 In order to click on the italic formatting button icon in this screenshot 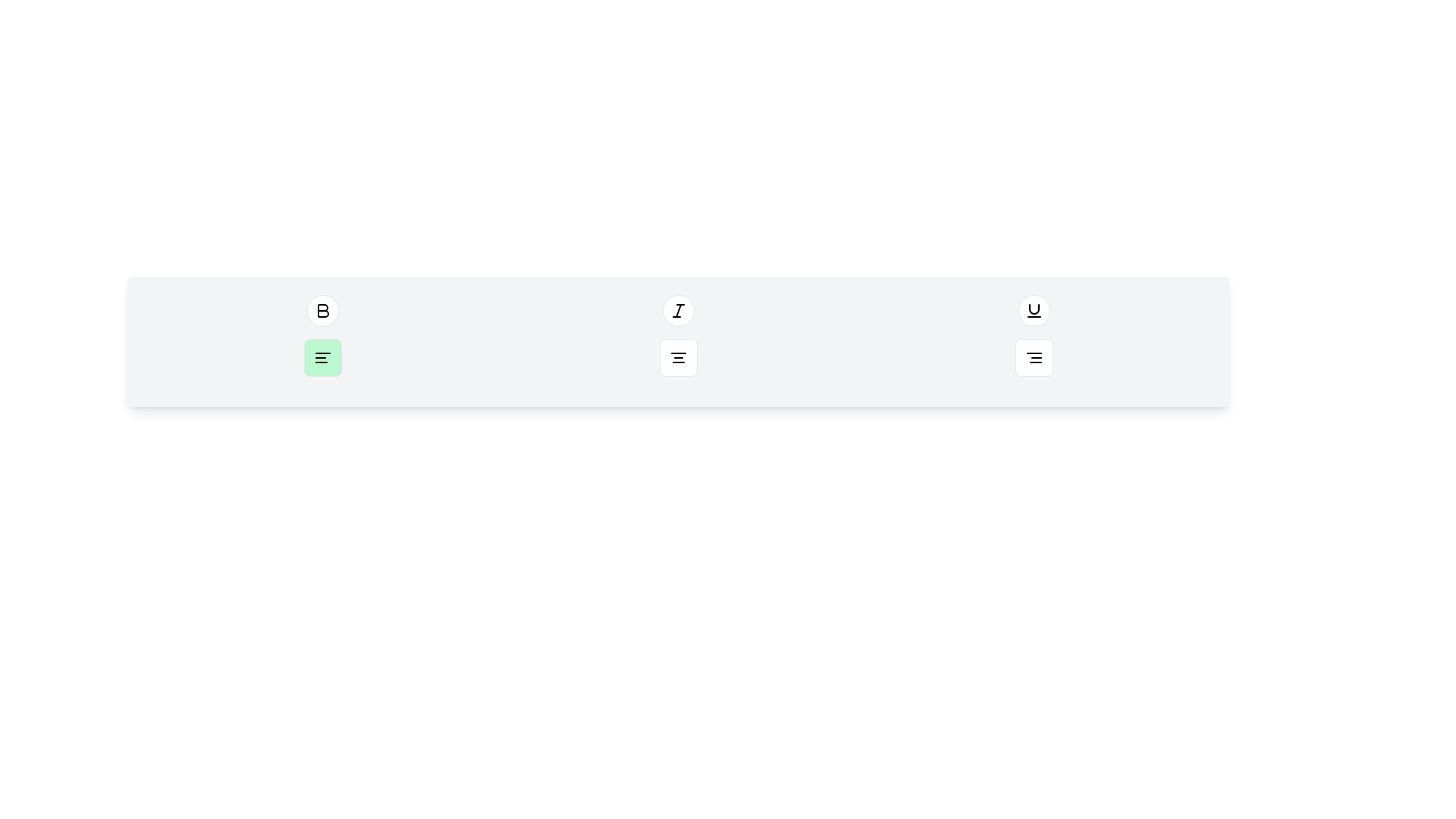, I will do `click(677, 309)`.